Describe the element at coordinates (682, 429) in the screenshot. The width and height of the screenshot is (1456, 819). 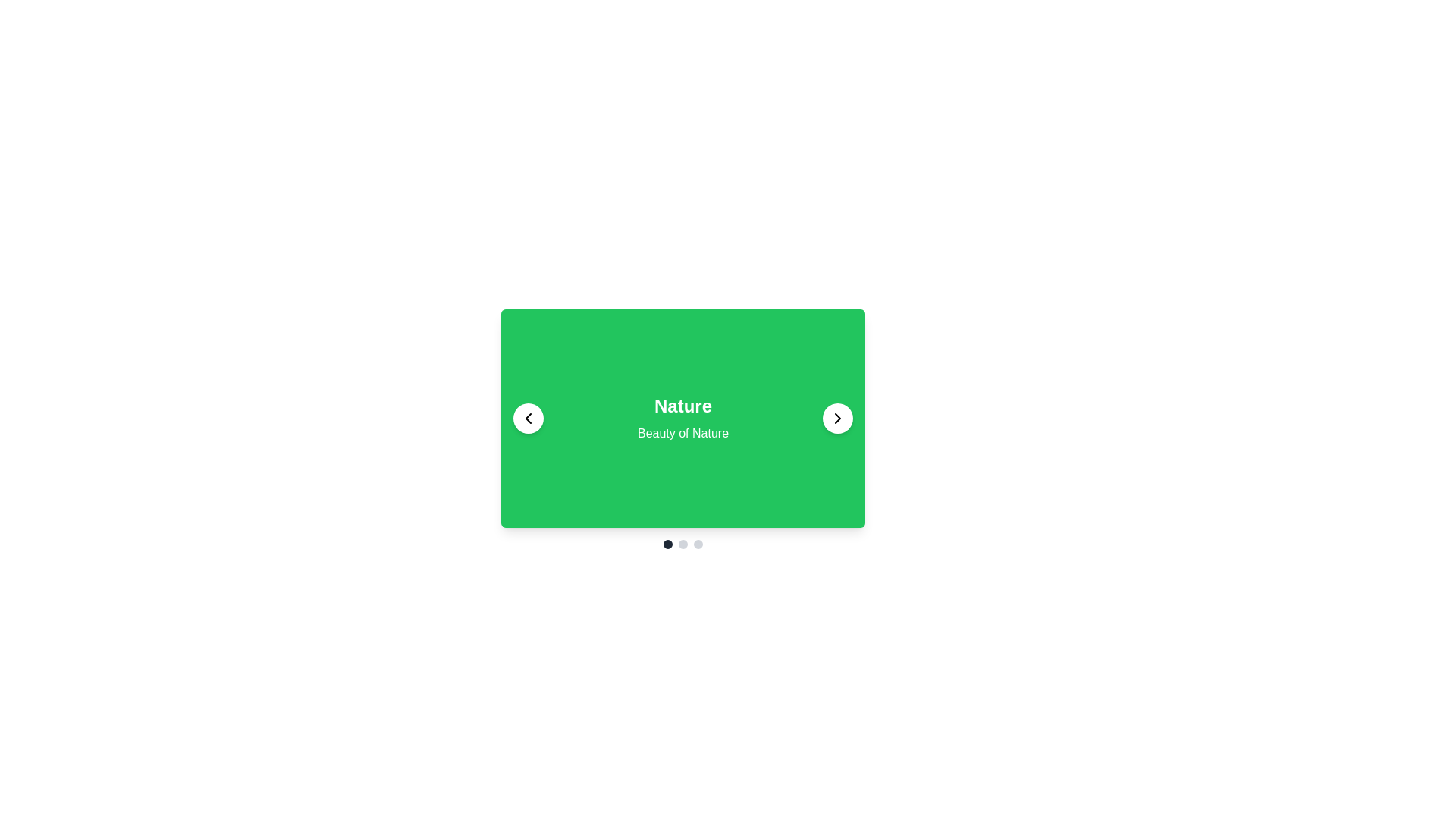
I see `the content panel in the carousel layout` at that location.